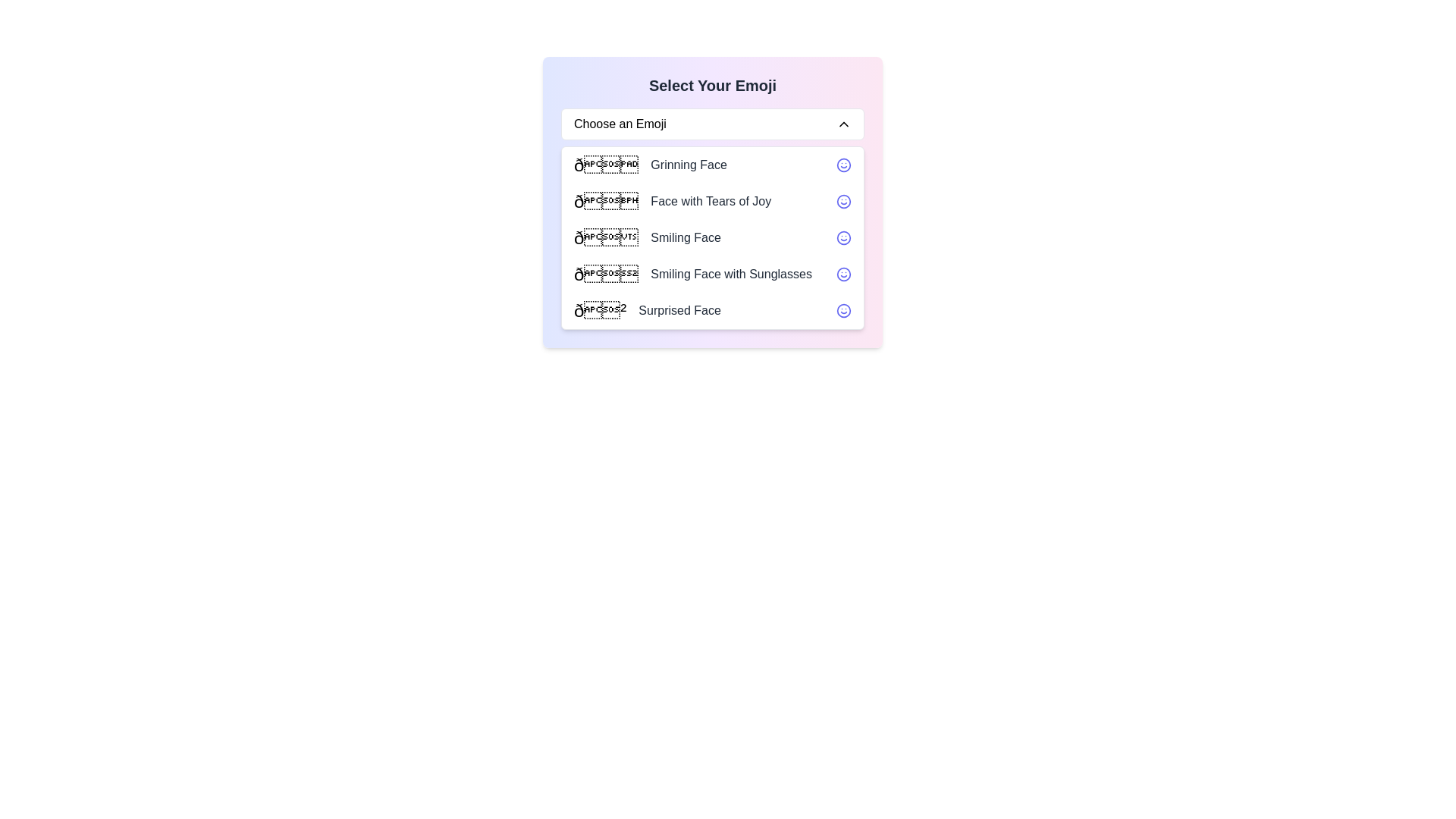  I want to click on the SVG icon representing the 'Grinning Face' located at the top left corner of its list item in the emoji selection menu, so click(843, 165).